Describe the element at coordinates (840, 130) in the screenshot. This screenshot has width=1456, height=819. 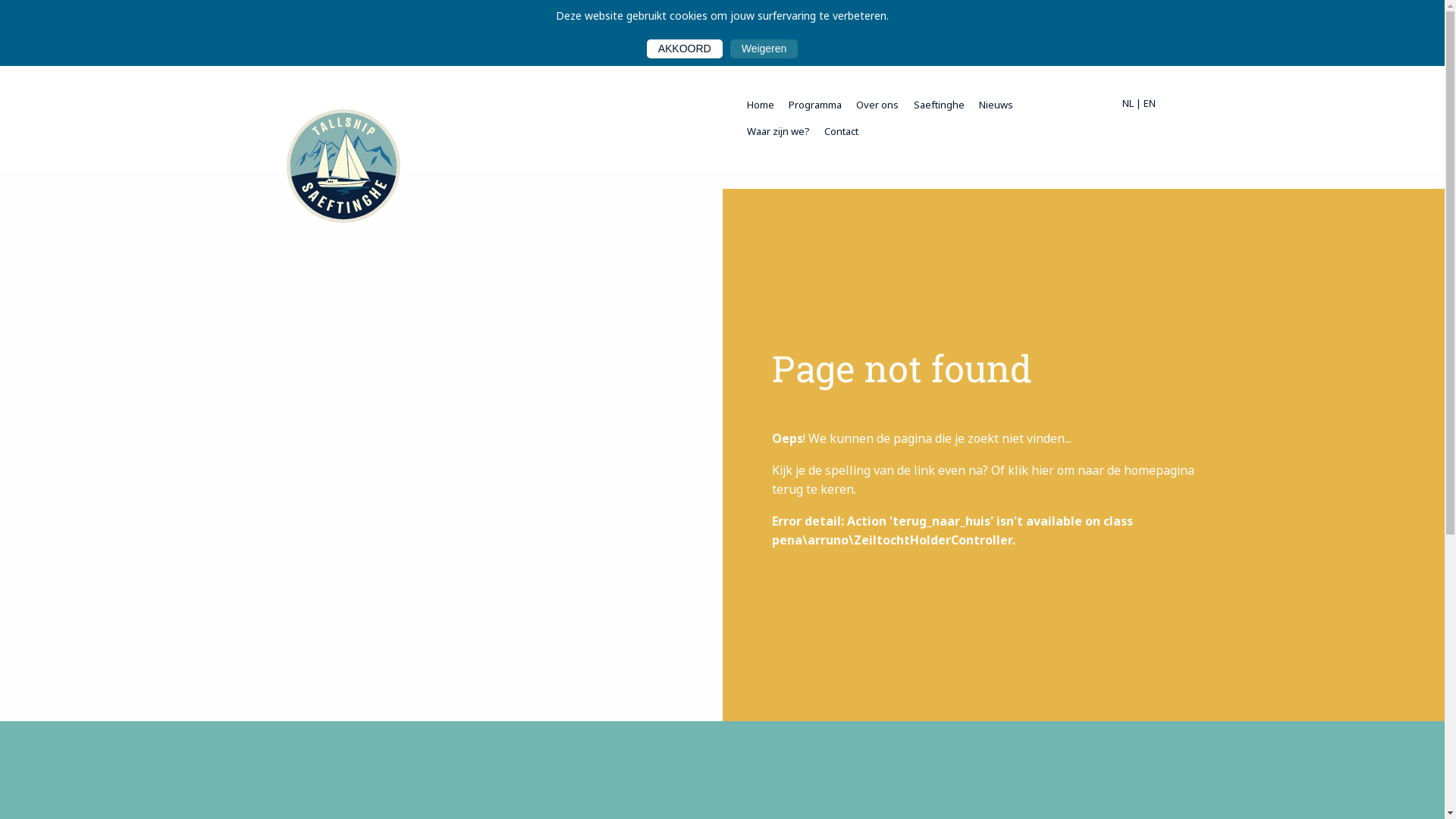
I see `'Contact'` at that location.